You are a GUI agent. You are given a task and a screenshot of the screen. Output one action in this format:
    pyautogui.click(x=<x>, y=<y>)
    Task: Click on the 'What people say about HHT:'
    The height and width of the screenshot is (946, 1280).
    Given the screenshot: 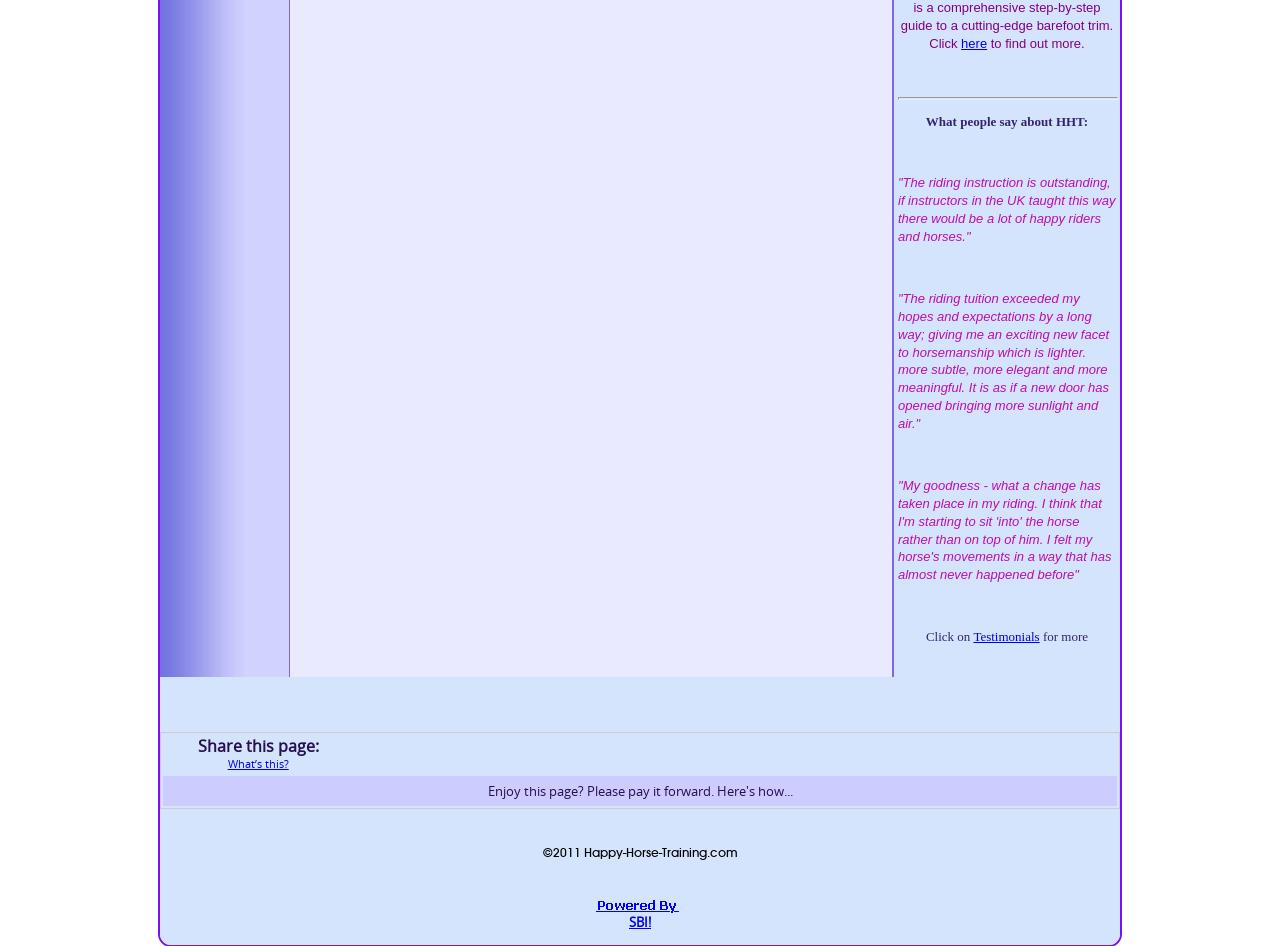 What is the action you would take?
    pyautogui.click(x=924, y=119)
    